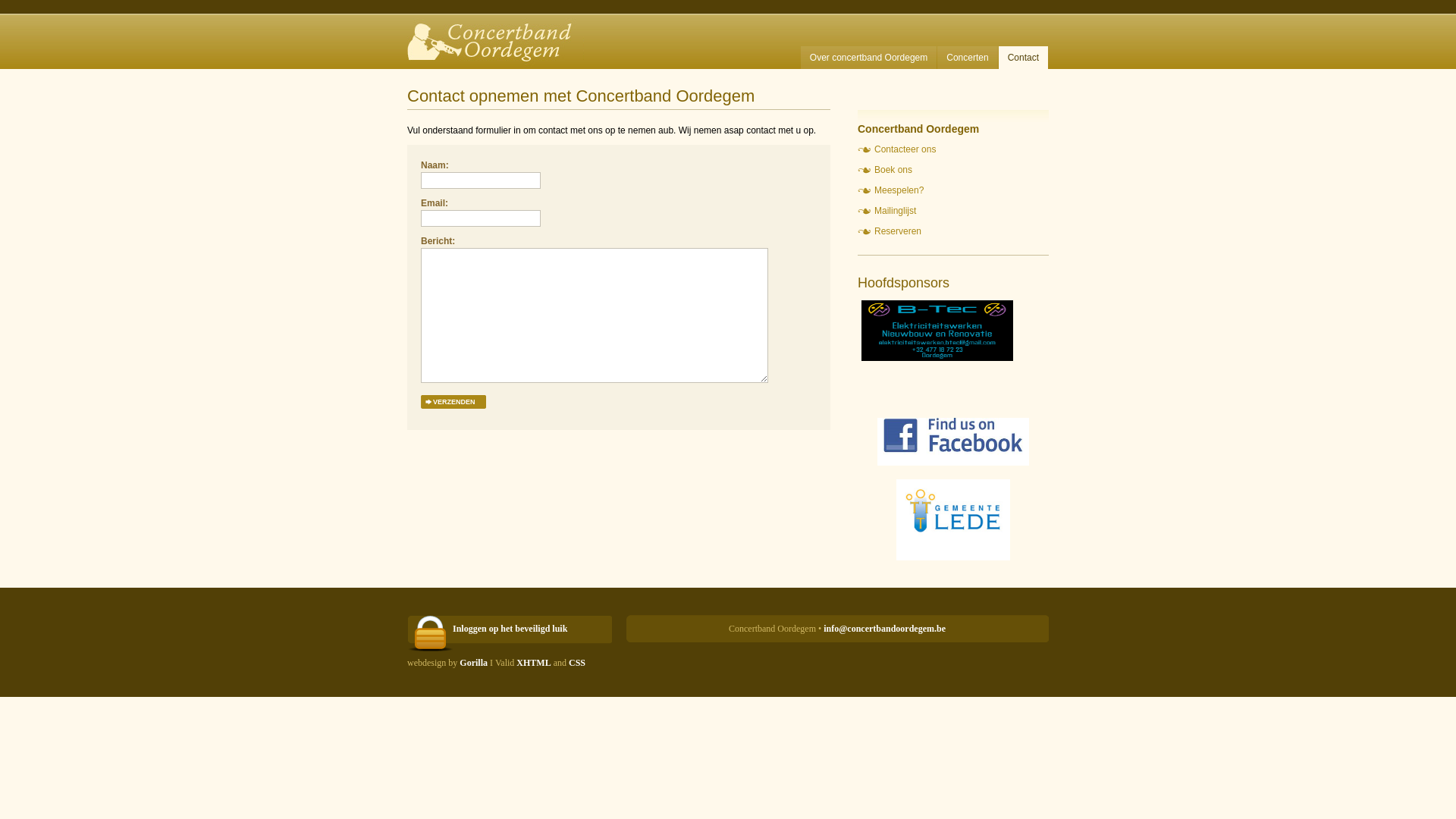 Image resolution: width=1456 pixels, height=819 pixels. I want to click on 'Contacteer ons', so click(896, 149).